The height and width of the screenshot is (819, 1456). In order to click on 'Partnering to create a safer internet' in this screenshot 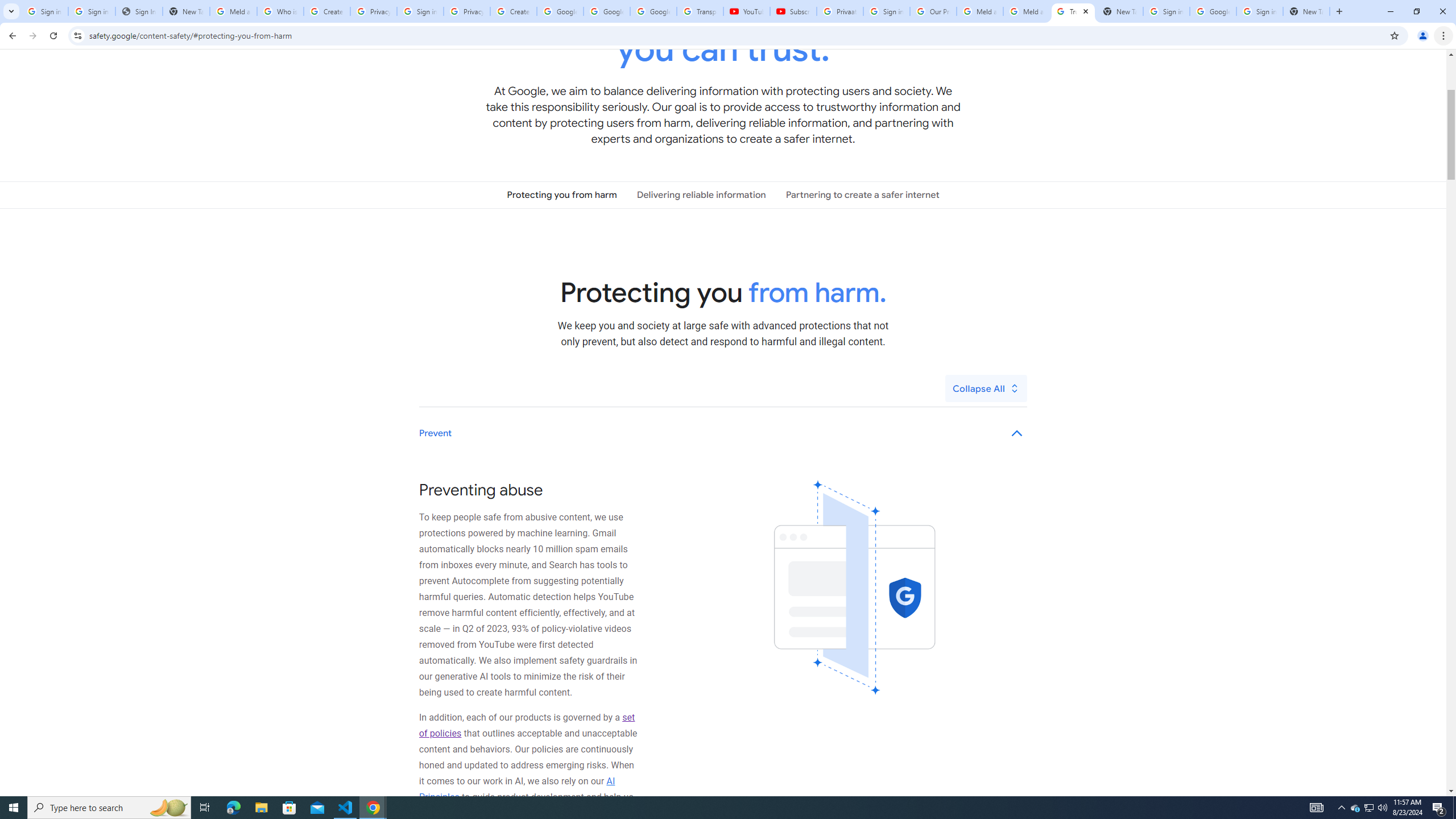, I will do `click(862, 194)`.